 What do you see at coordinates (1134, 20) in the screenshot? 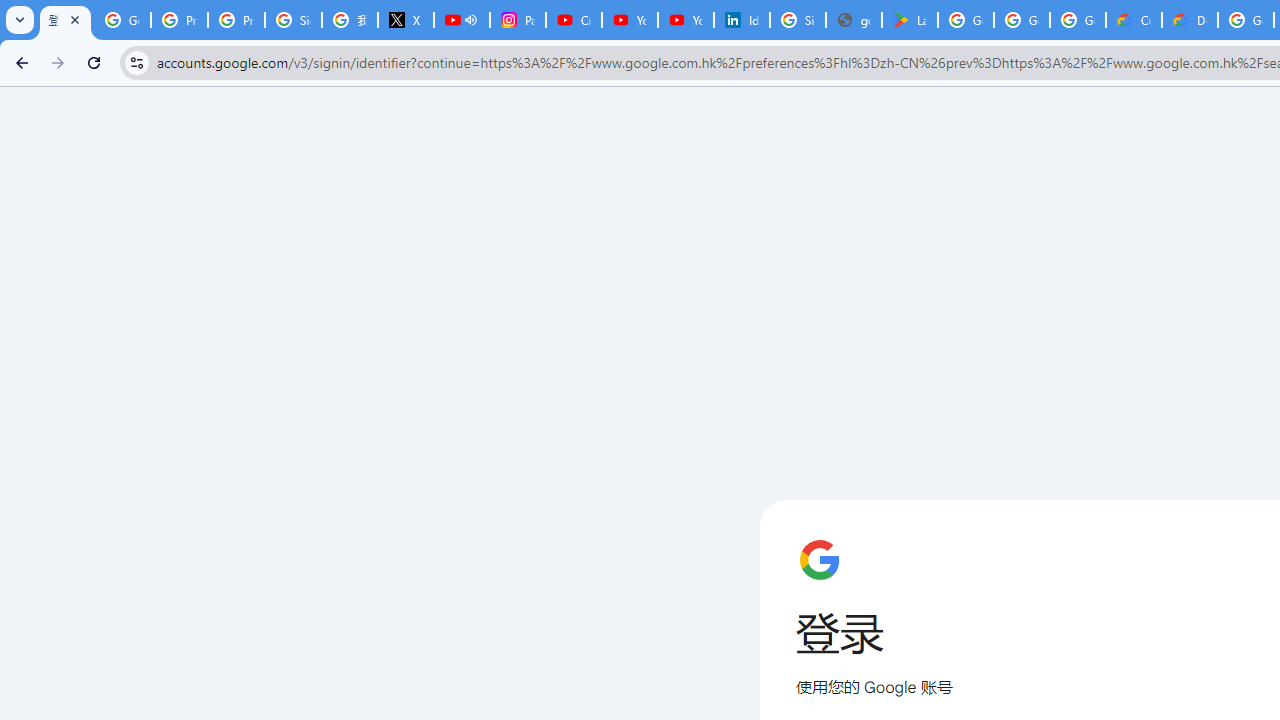
I see `'Customer Care | Google Cloud'` at bounding box center [1134, 20].